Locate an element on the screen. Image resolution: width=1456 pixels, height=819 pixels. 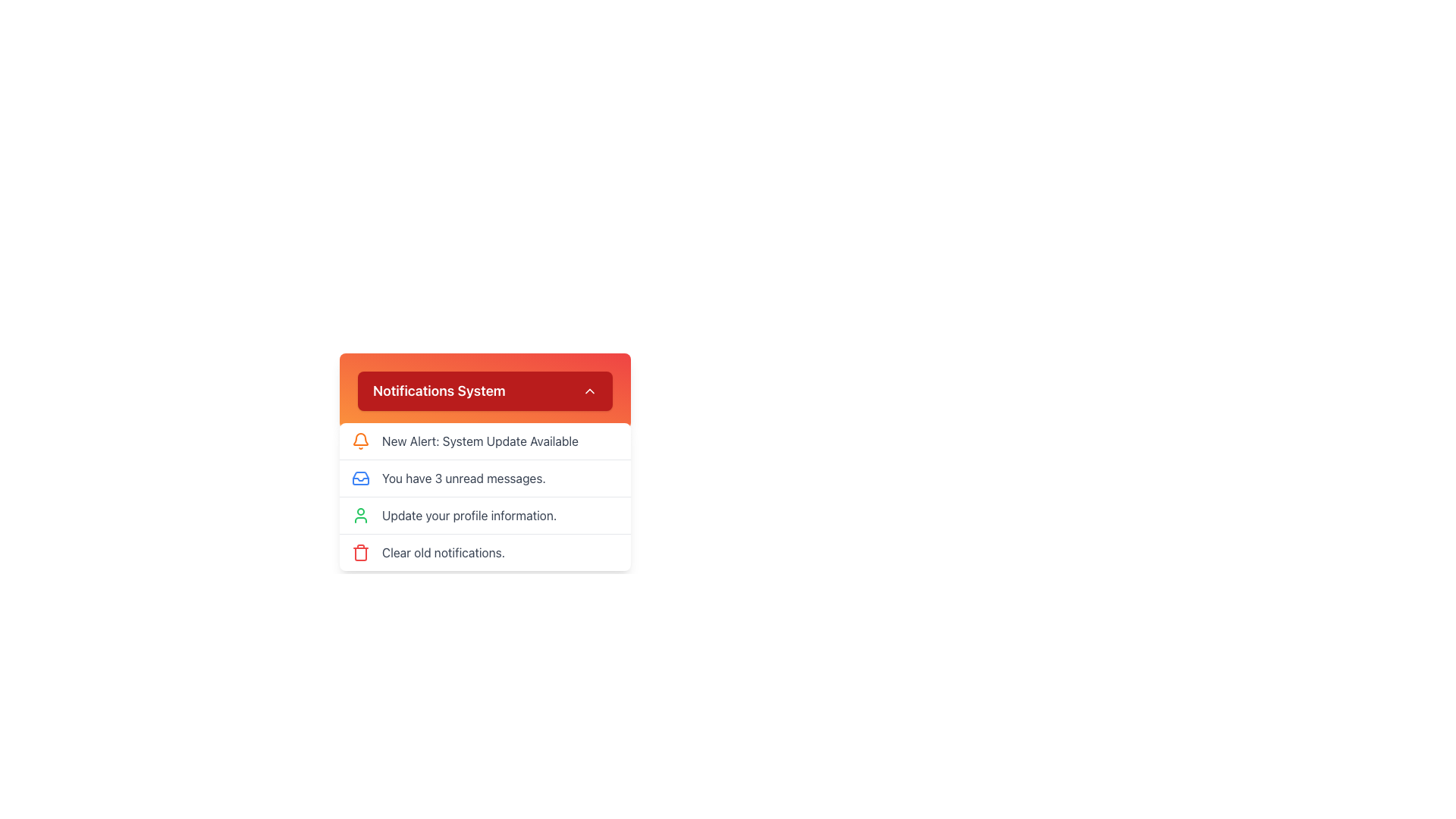
the informational Text label that conveys a notification message about a system update, located in the first entry of the notification dropdown menu is located at coordinates (479, 441).